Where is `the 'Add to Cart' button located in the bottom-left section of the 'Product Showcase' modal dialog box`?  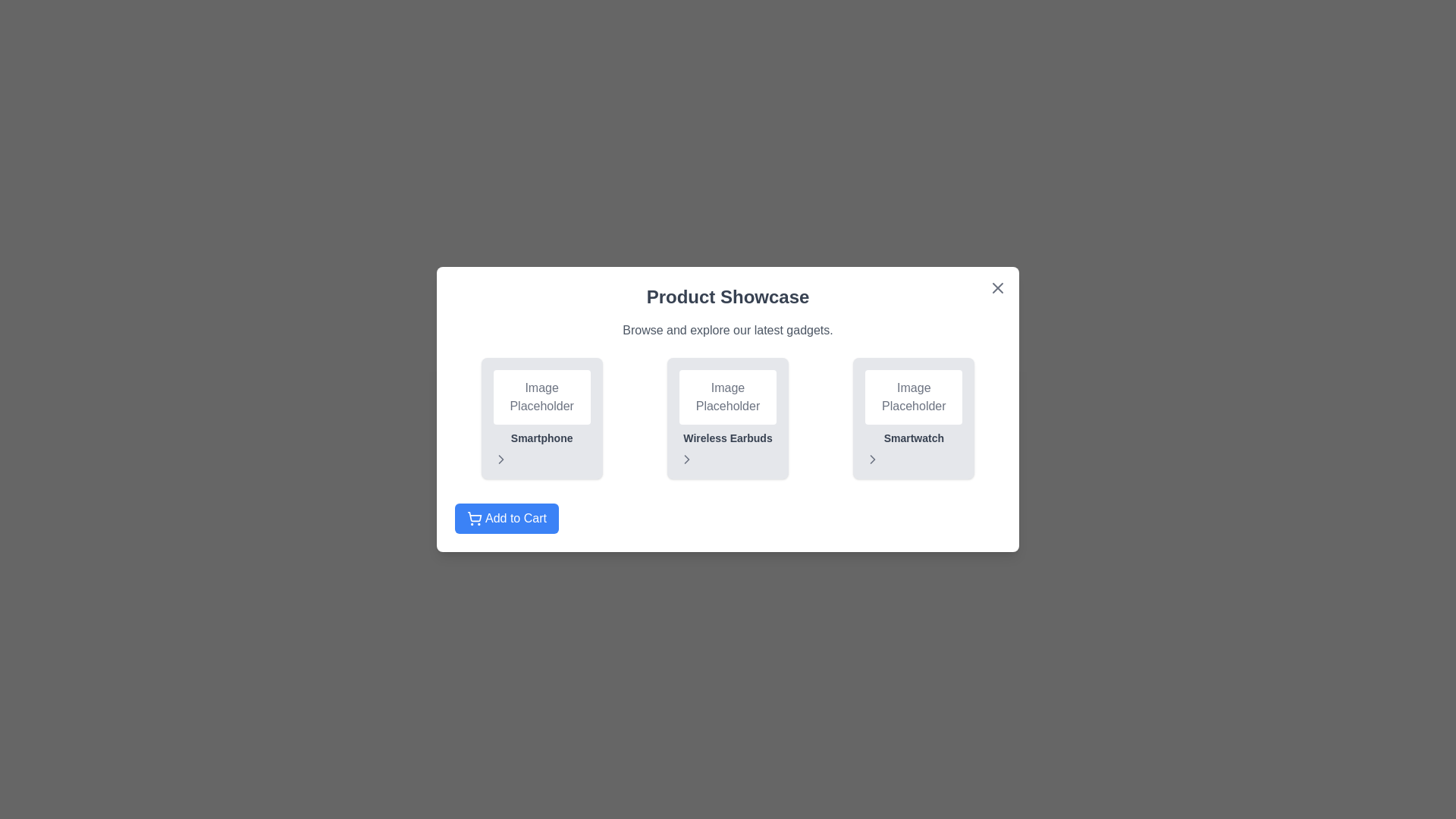 the 'Add to Cart' button located in the bottom-left section of the 'Product Showcase' modal dialog box is located at coordinates (507, 517).